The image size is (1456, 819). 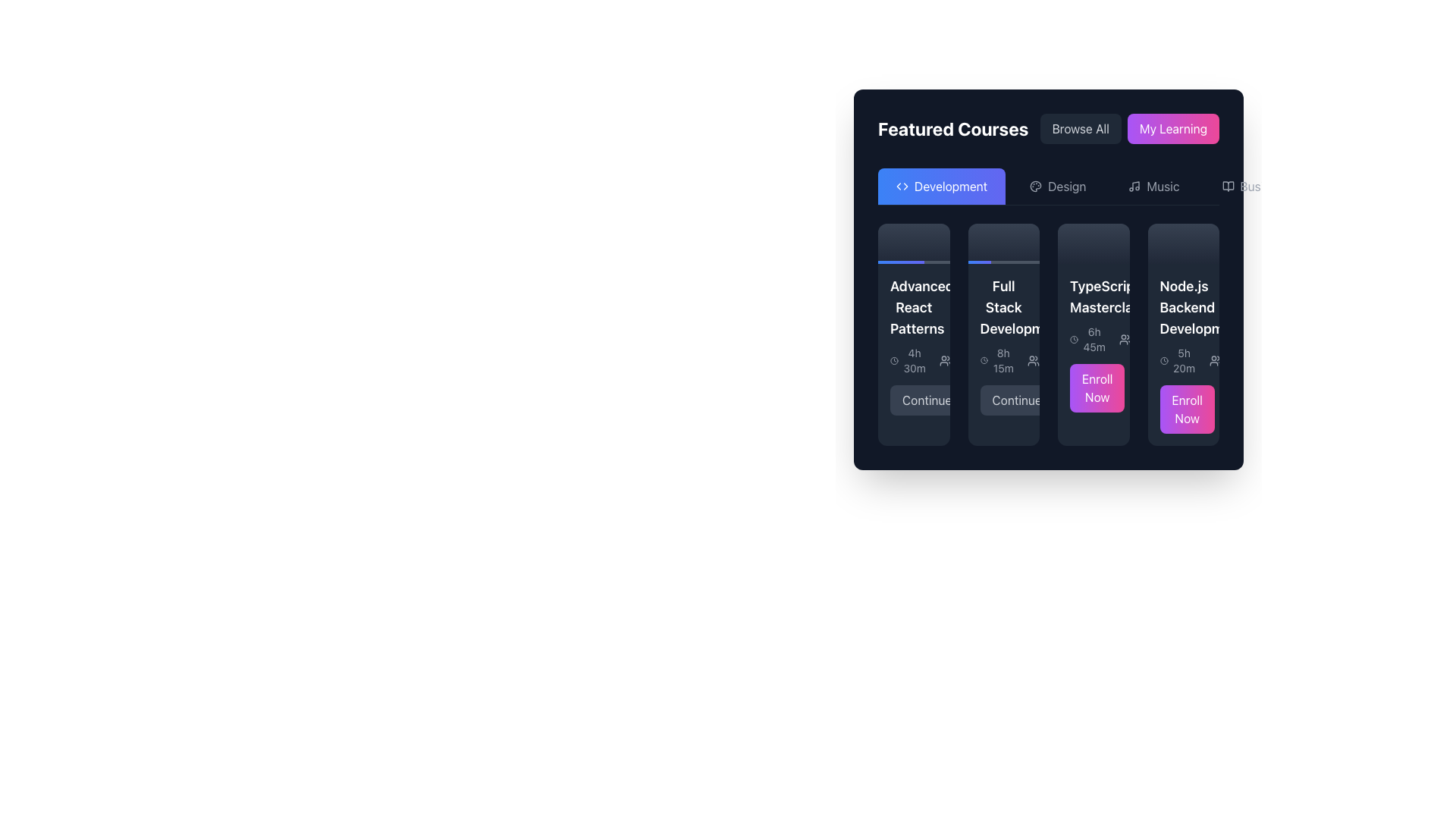 I want to click on the Rating Display element located in the second column of the 'Featured Courses' section, positioned beneath the course title and above the action button, so click(x=1009, y=361).